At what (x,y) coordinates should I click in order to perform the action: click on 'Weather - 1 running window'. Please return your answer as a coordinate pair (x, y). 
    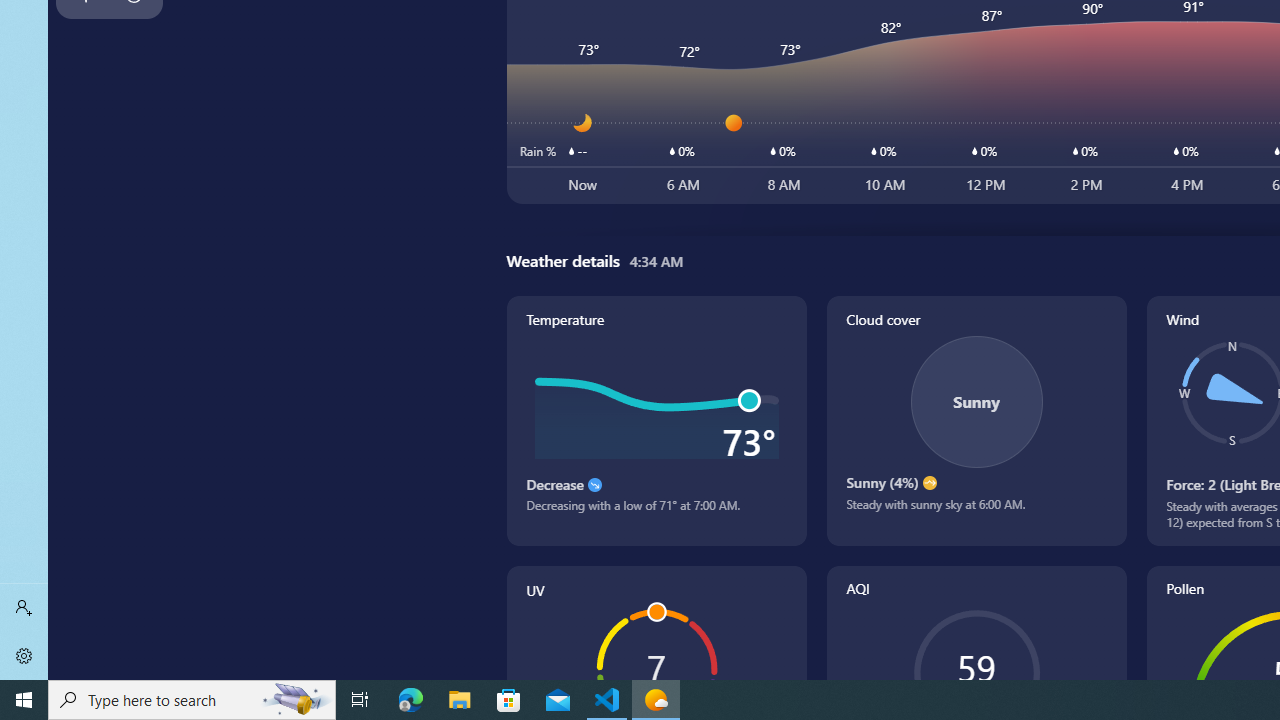
    Looking at the image, I should click on (656, 698).